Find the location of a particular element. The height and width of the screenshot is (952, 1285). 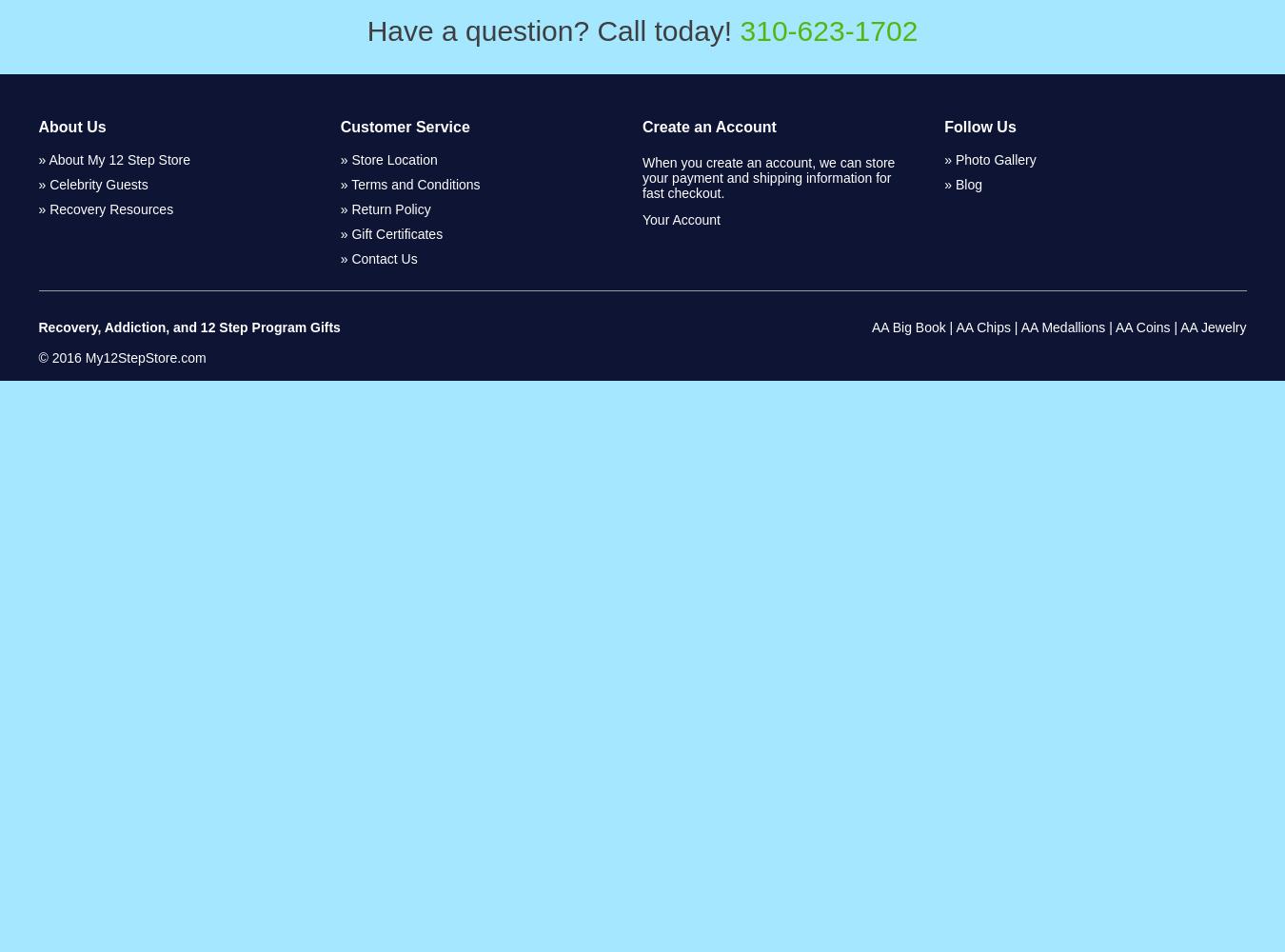

'Have a question? Call today!' is located at coordinates (553, 30).